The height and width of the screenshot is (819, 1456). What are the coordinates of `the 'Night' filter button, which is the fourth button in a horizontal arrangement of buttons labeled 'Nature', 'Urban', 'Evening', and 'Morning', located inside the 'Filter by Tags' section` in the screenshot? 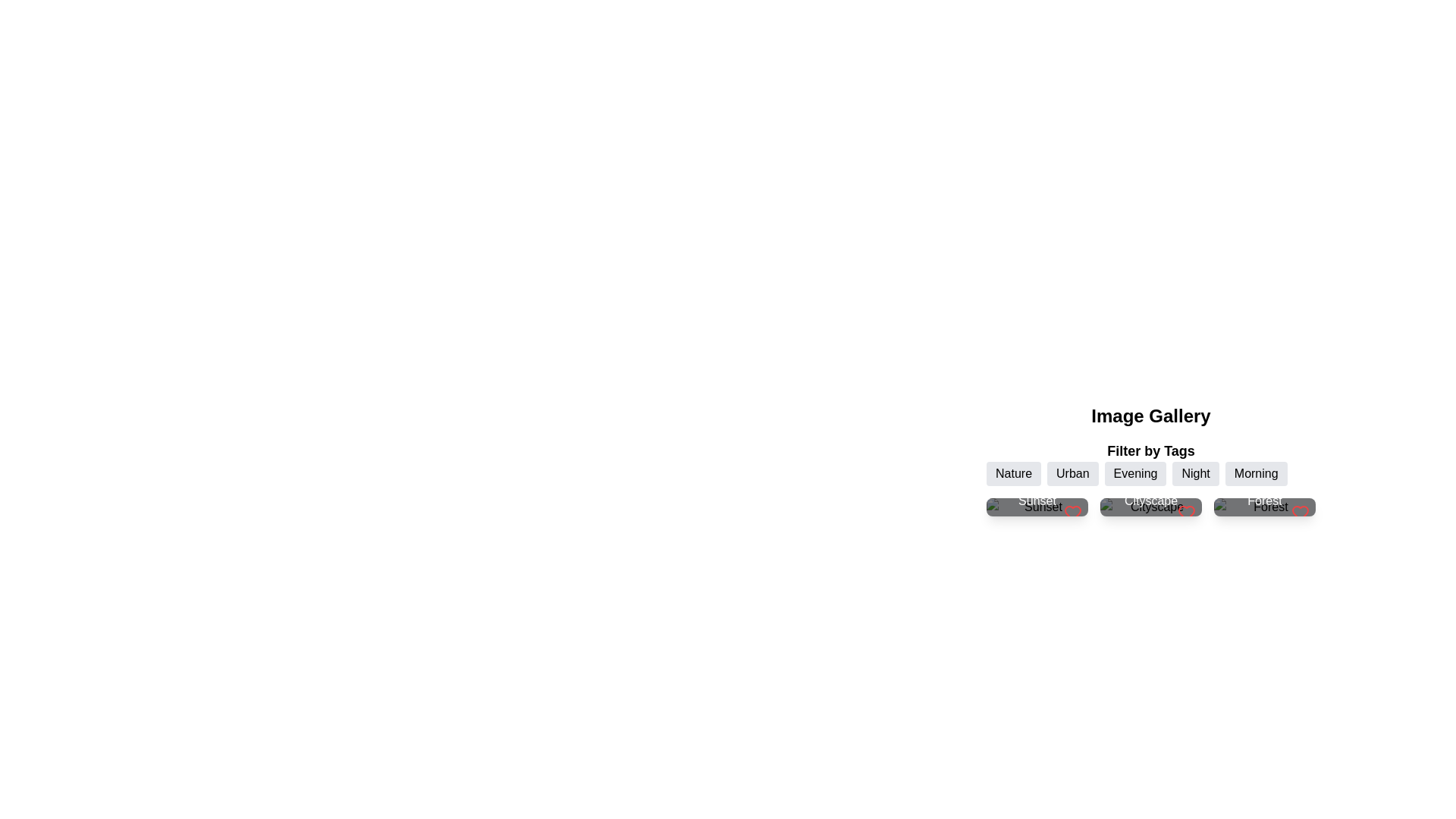 It's located at (1195, 472).